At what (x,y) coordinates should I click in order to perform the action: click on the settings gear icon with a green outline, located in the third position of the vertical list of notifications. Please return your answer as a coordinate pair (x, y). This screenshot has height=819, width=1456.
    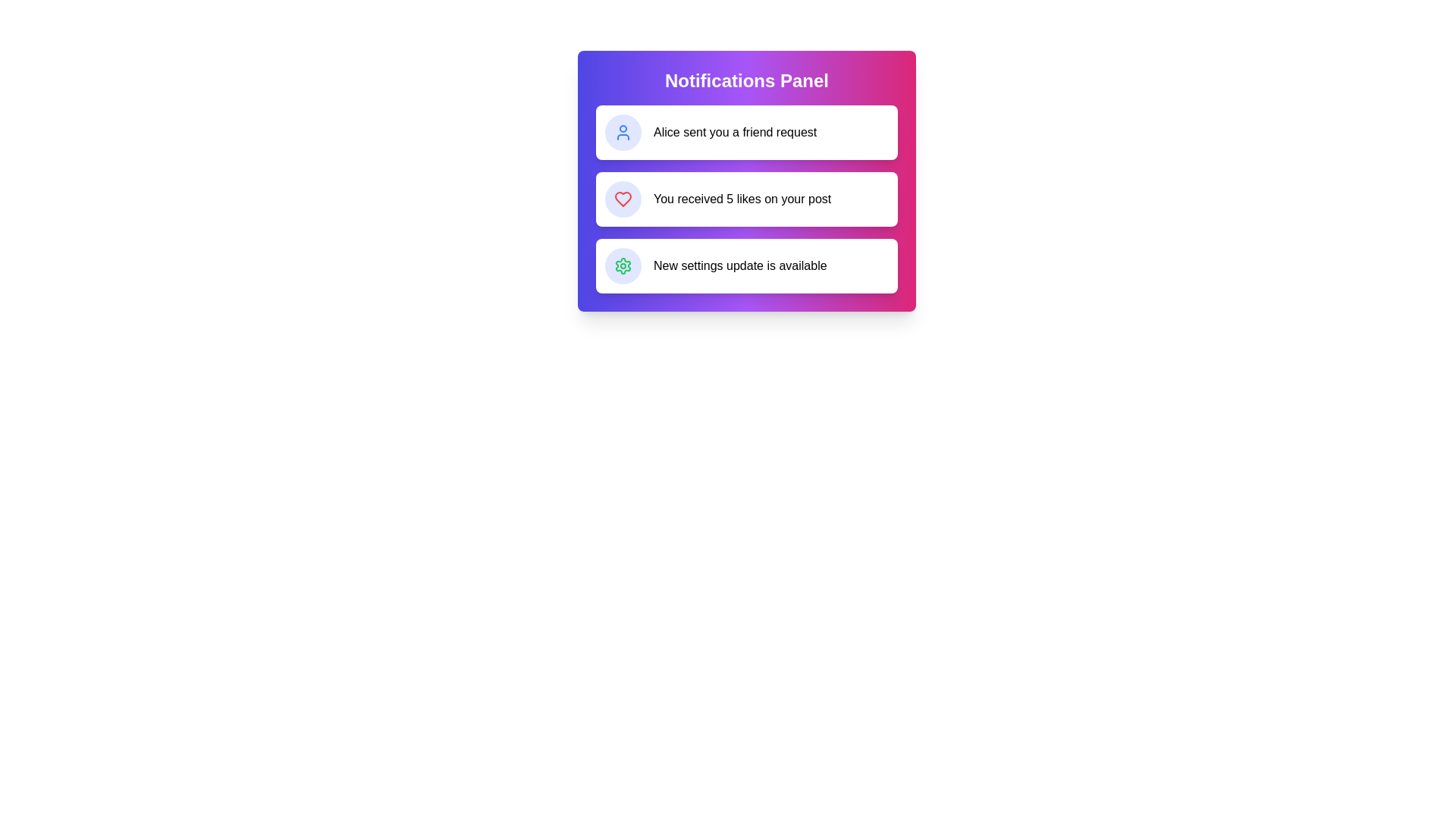
    Looking at the image, I should click on (623, 265).